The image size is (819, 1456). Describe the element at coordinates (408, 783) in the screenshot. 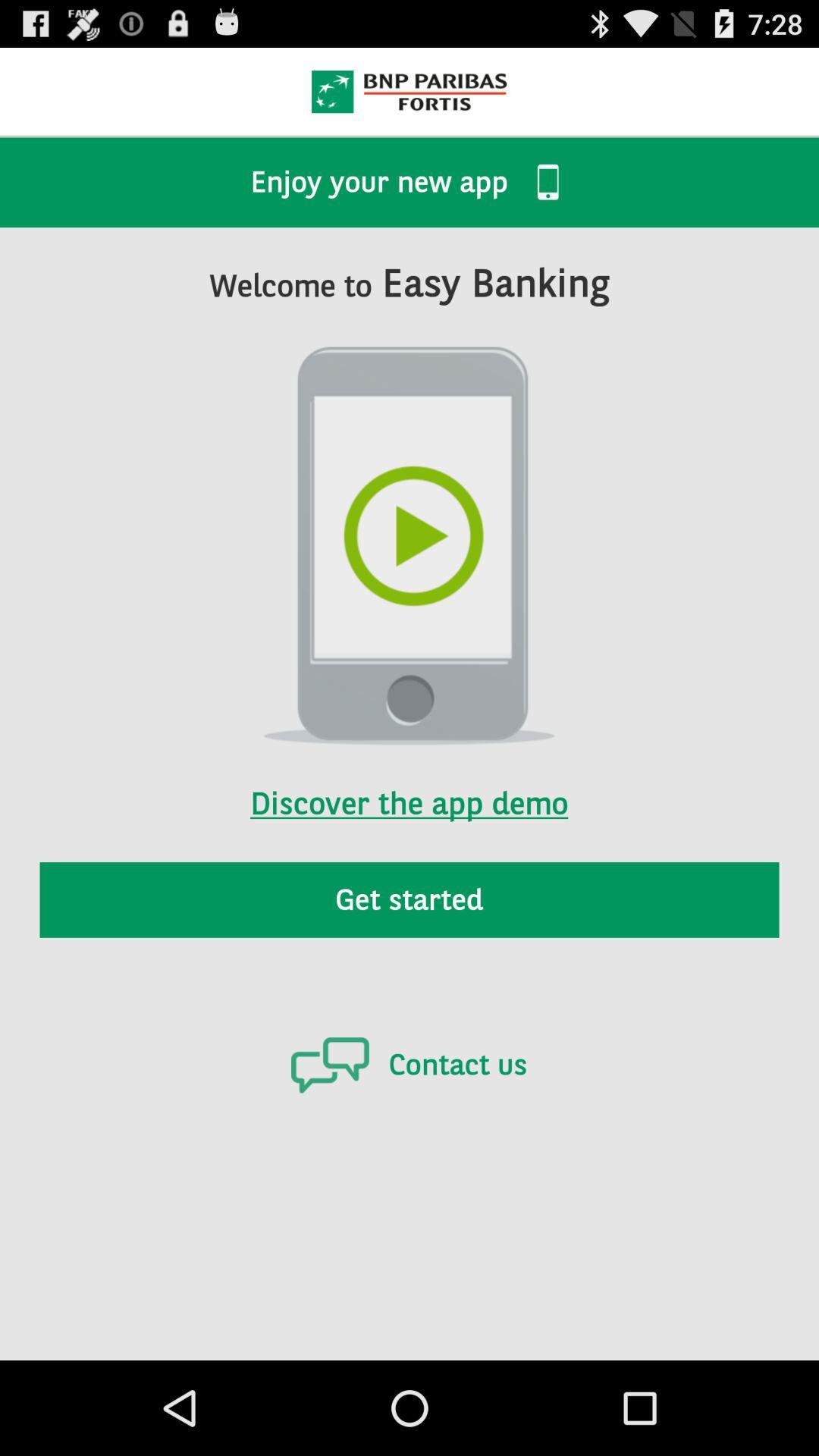

I see `the icon above get started` at that location.